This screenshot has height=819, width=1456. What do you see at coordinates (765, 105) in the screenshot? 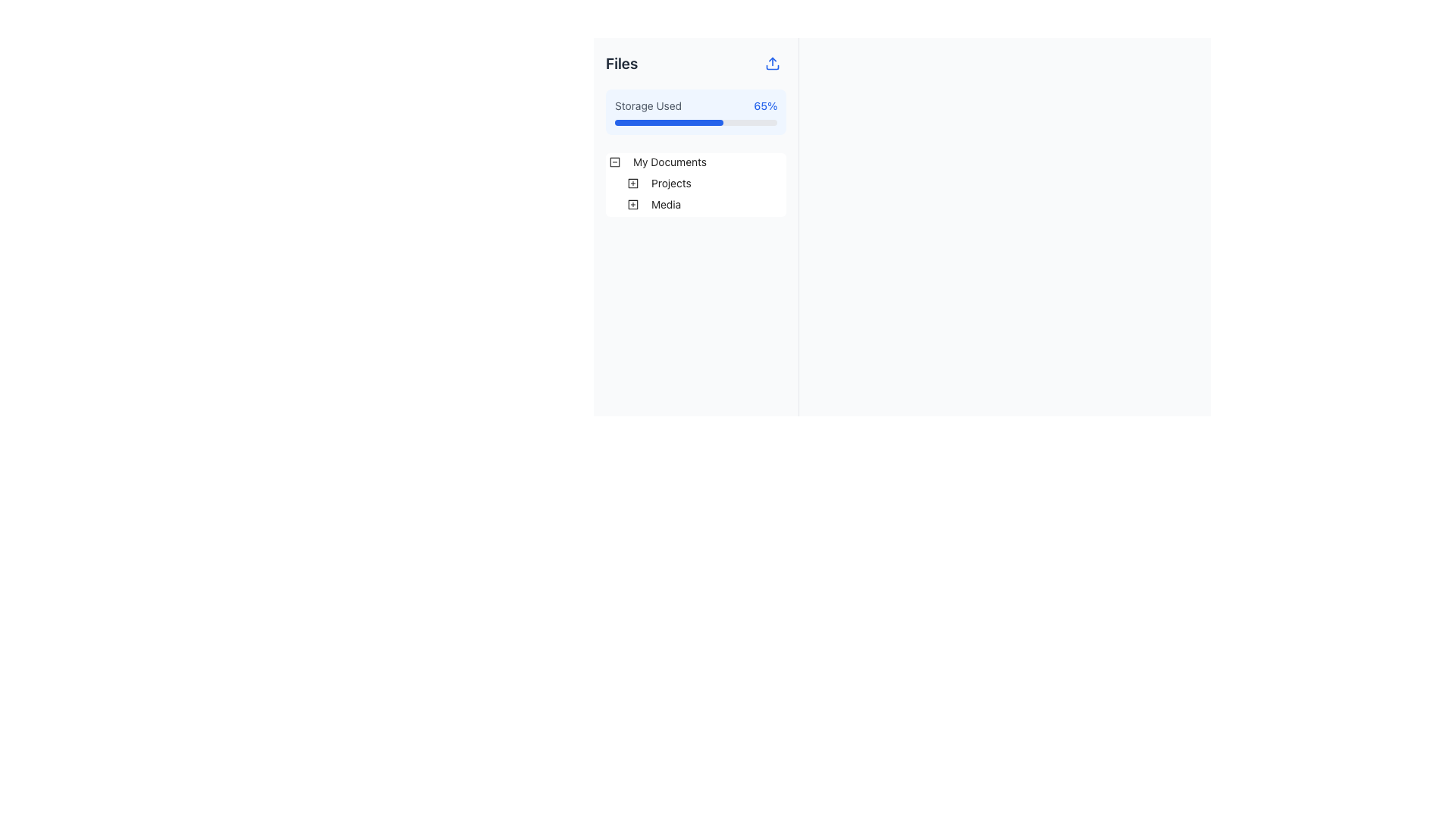
I see `the text label displaying '65%' that is styled with a medium font weight and blue color, located next to the progress bar and aligned with the text 'Storage Used'` at bounding box center [765, 105].